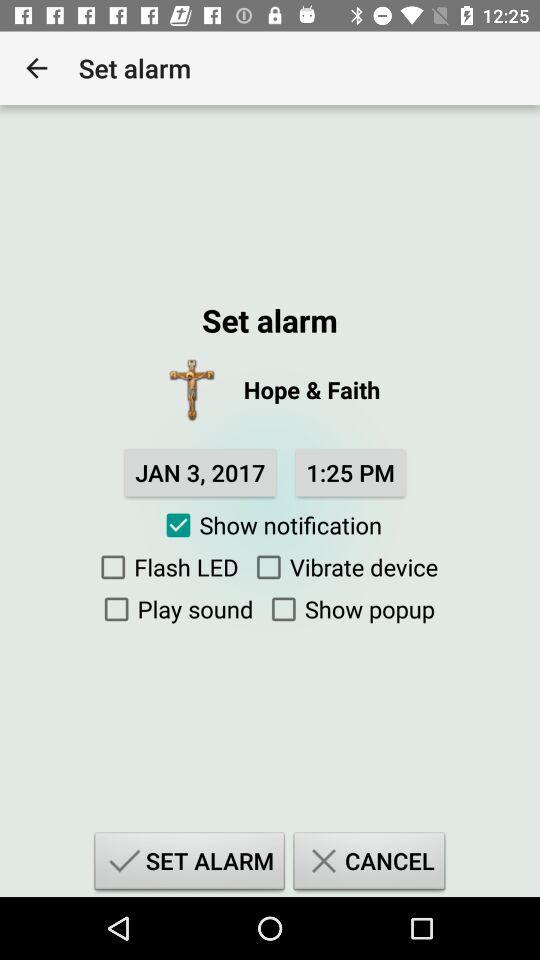 The width and height of the screenshot is (540, 960). What do you see at coordinates (164, 567) in the screenshot?
I see `the icon next to vibrate device item` at bounding box center [164, 567].